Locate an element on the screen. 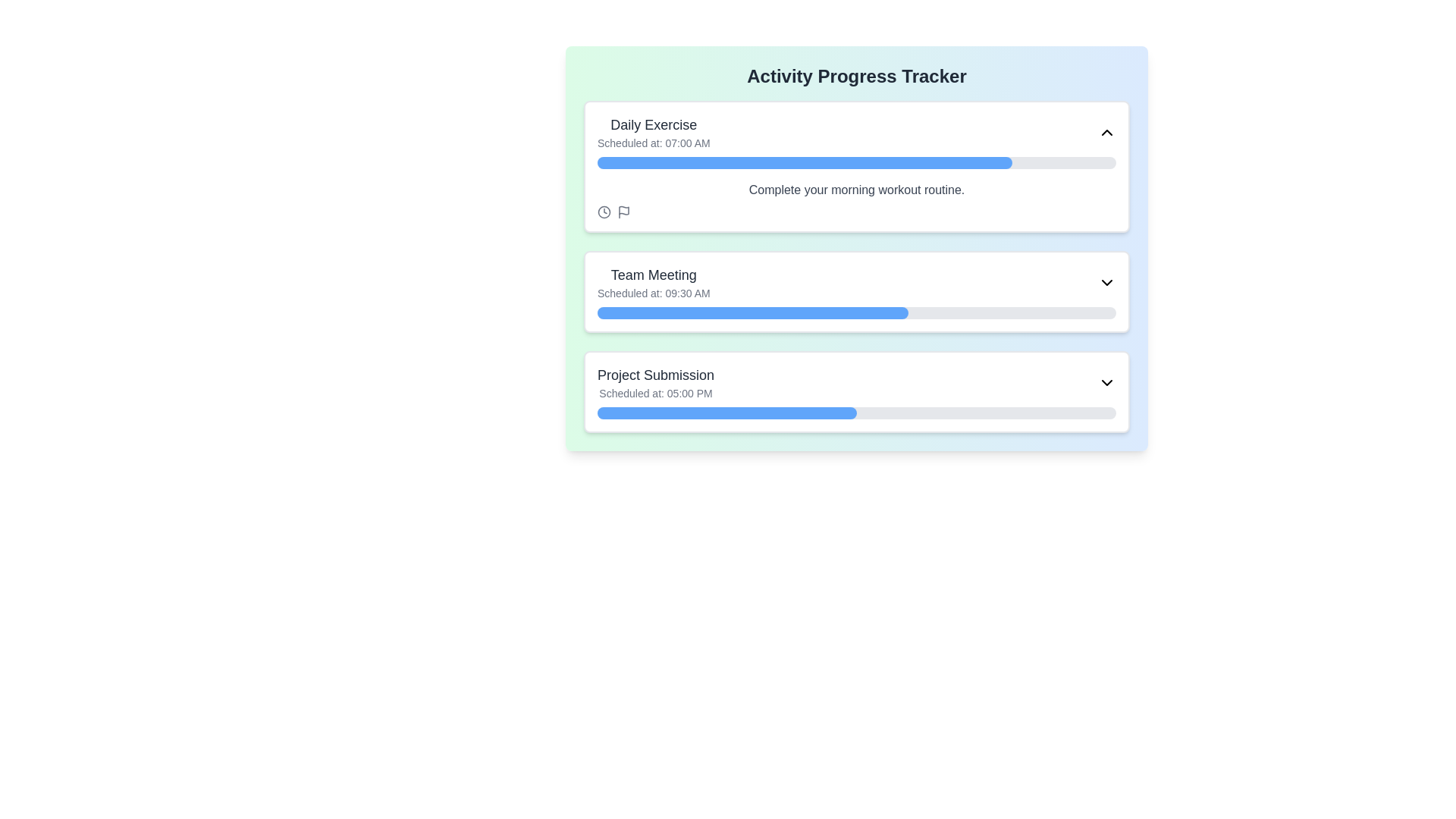  the additional interactive elements of the 'Project Submission' task card by expanding it, located at the center point of the element is located at coordinates (856, 391).